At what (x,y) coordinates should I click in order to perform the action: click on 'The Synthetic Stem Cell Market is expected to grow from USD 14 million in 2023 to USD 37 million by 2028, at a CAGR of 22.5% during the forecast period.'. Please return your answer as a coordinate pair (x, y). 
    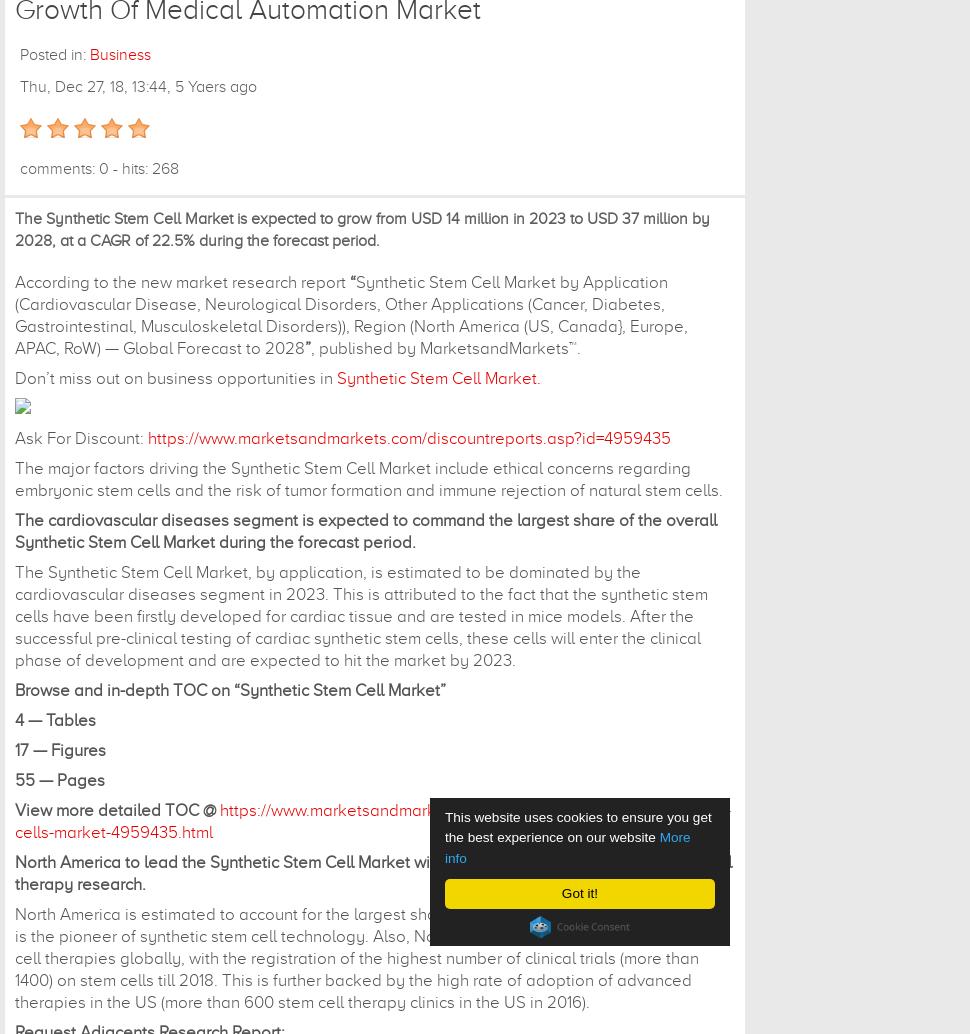
    Looking at the image, I should click on (361, 229).